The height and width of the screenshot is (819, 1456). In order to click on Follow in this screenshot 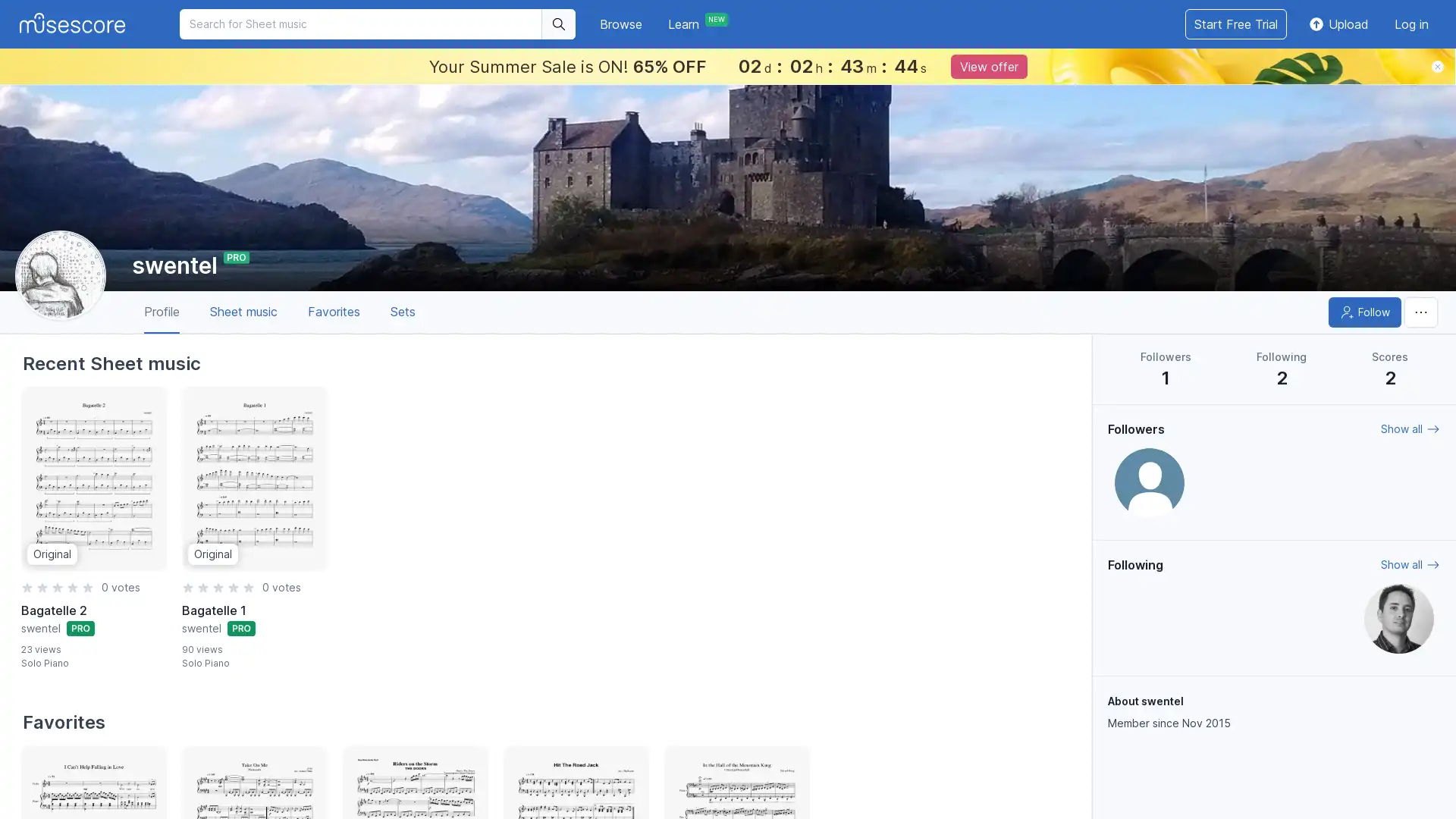, I will do `click(1365, 312)`.